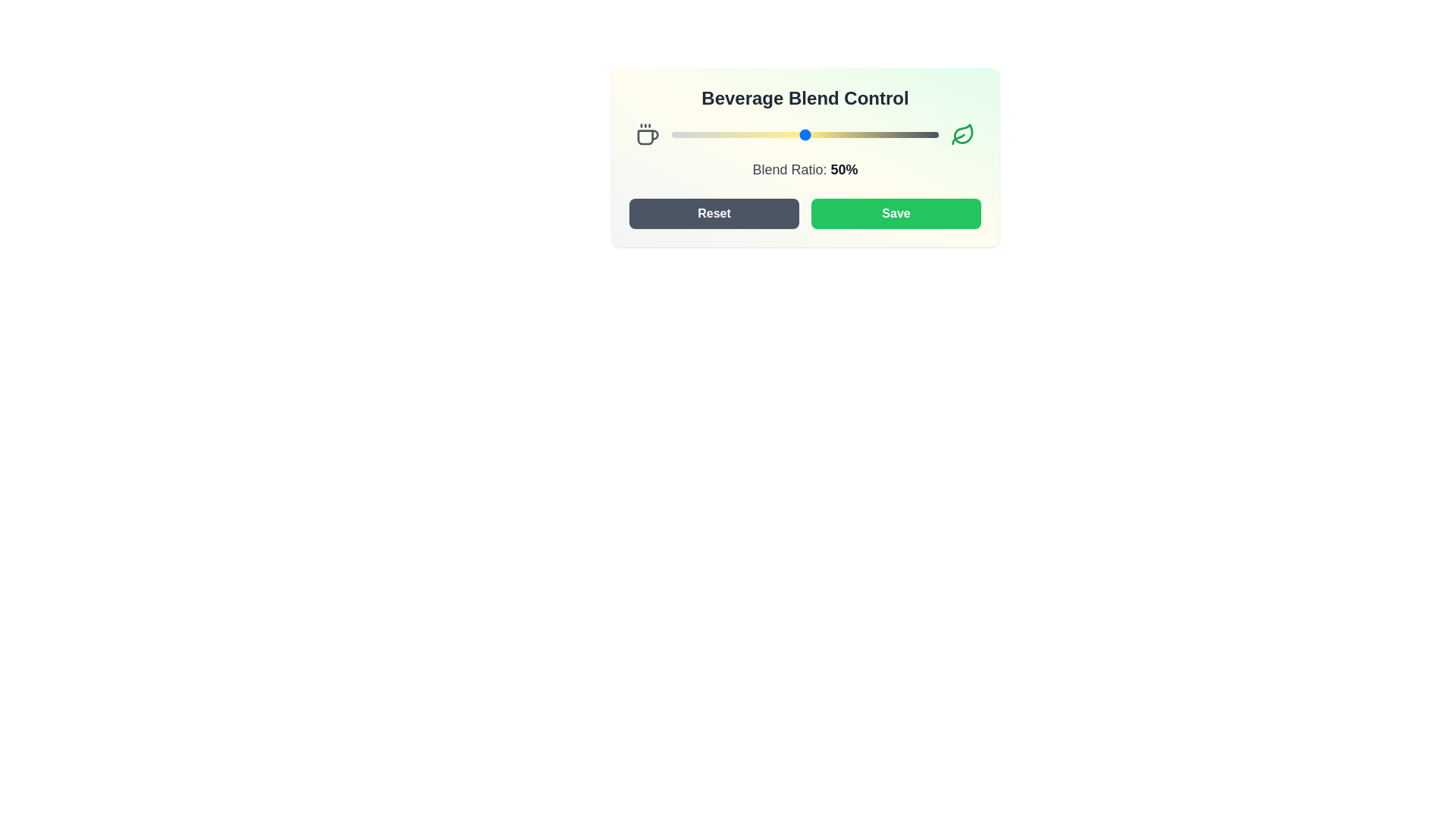 This screenshot has width=1456, height=819. What do you see at coordinates (896, 133) in the screenshot?
I see `the blend ratio to 84%` at bounding box center [896, 133].